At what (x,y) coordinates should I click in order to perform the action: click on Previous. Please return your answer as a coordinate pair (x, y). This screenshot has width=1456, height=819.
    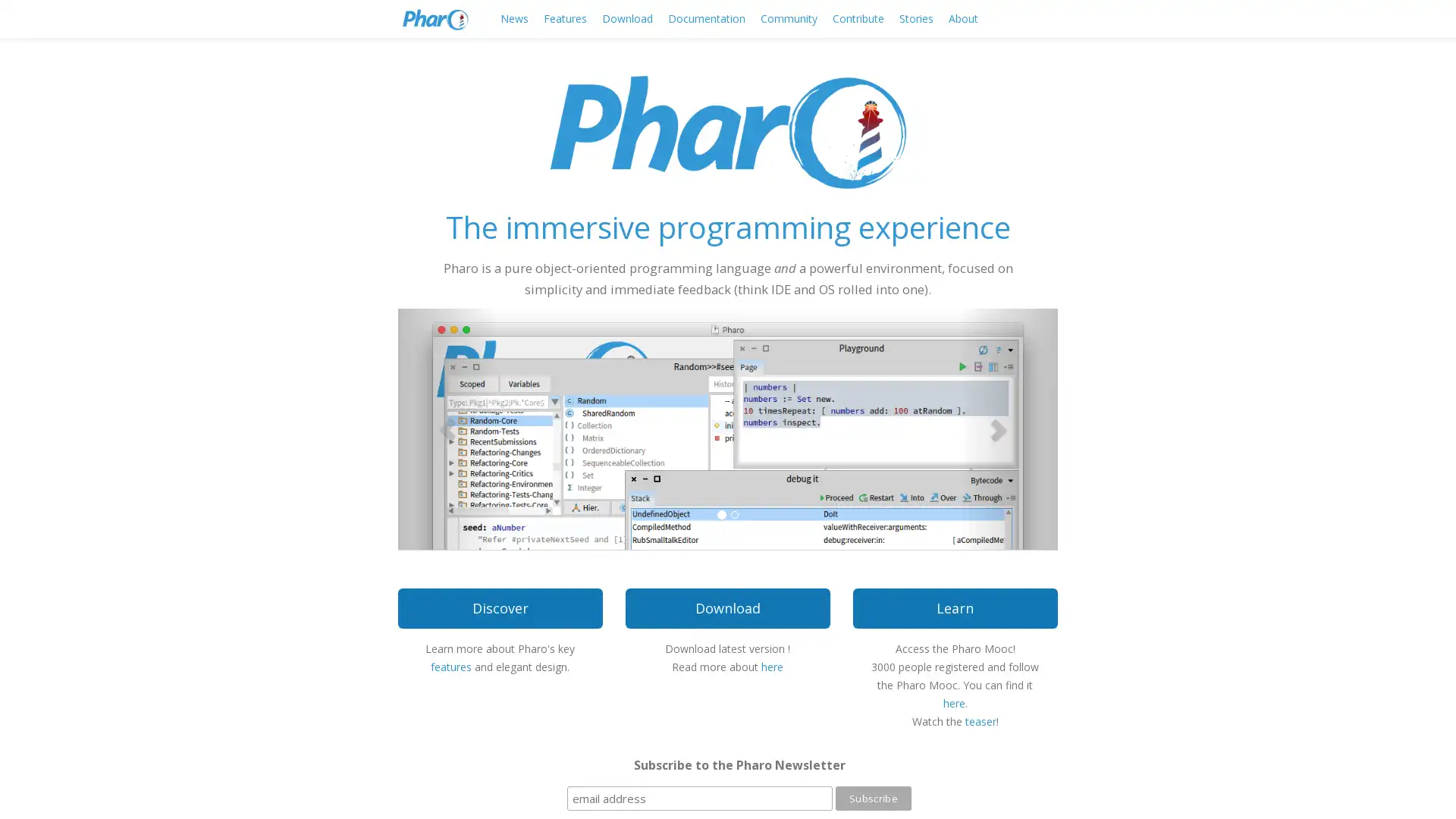
    Looking at the image, I should click on (447, 428).